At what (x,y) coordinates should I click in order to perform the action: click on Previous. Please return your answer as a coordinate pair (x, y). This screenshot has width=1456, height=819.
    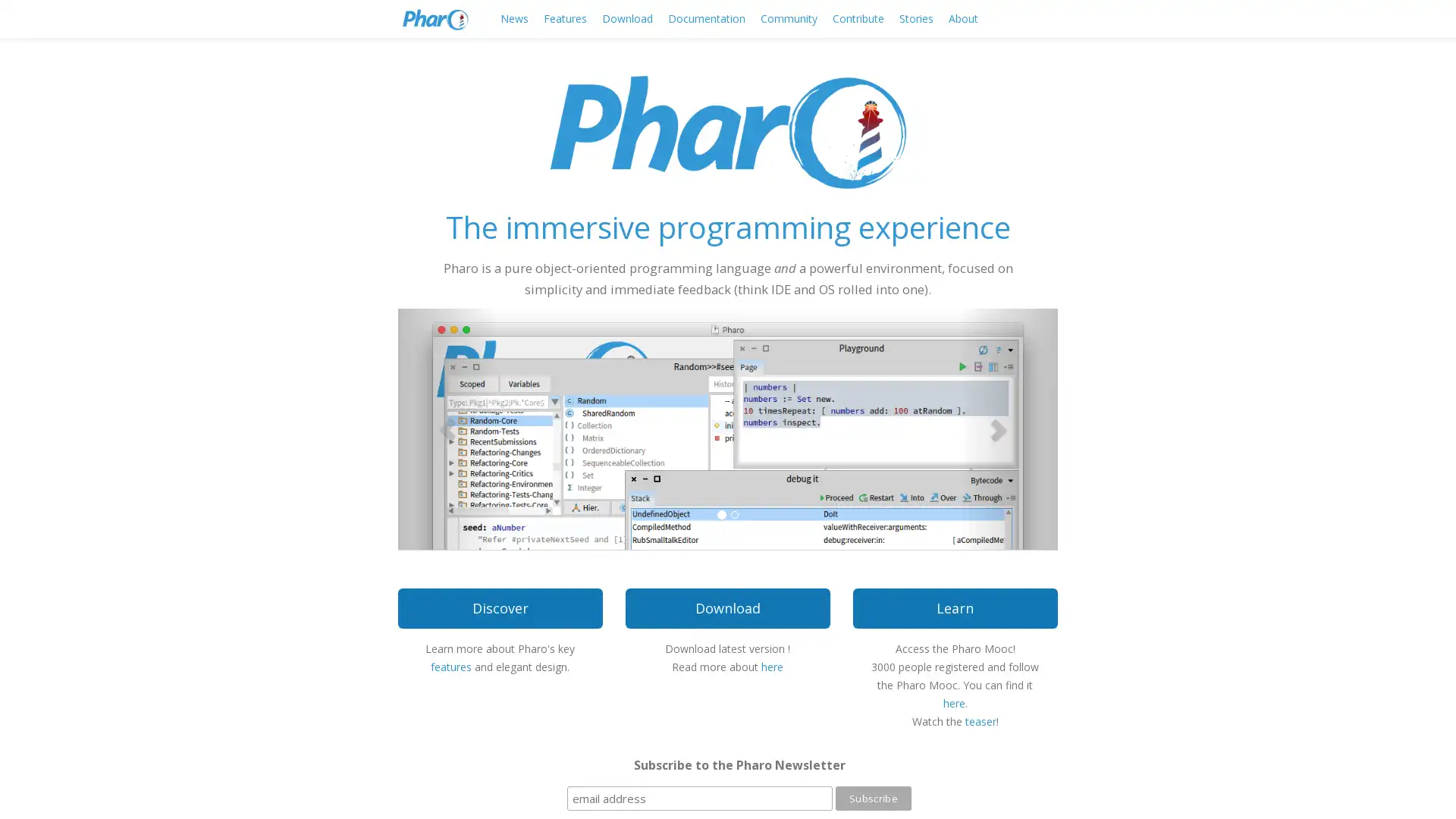
    Looking at the image, I should click on (447, 428).